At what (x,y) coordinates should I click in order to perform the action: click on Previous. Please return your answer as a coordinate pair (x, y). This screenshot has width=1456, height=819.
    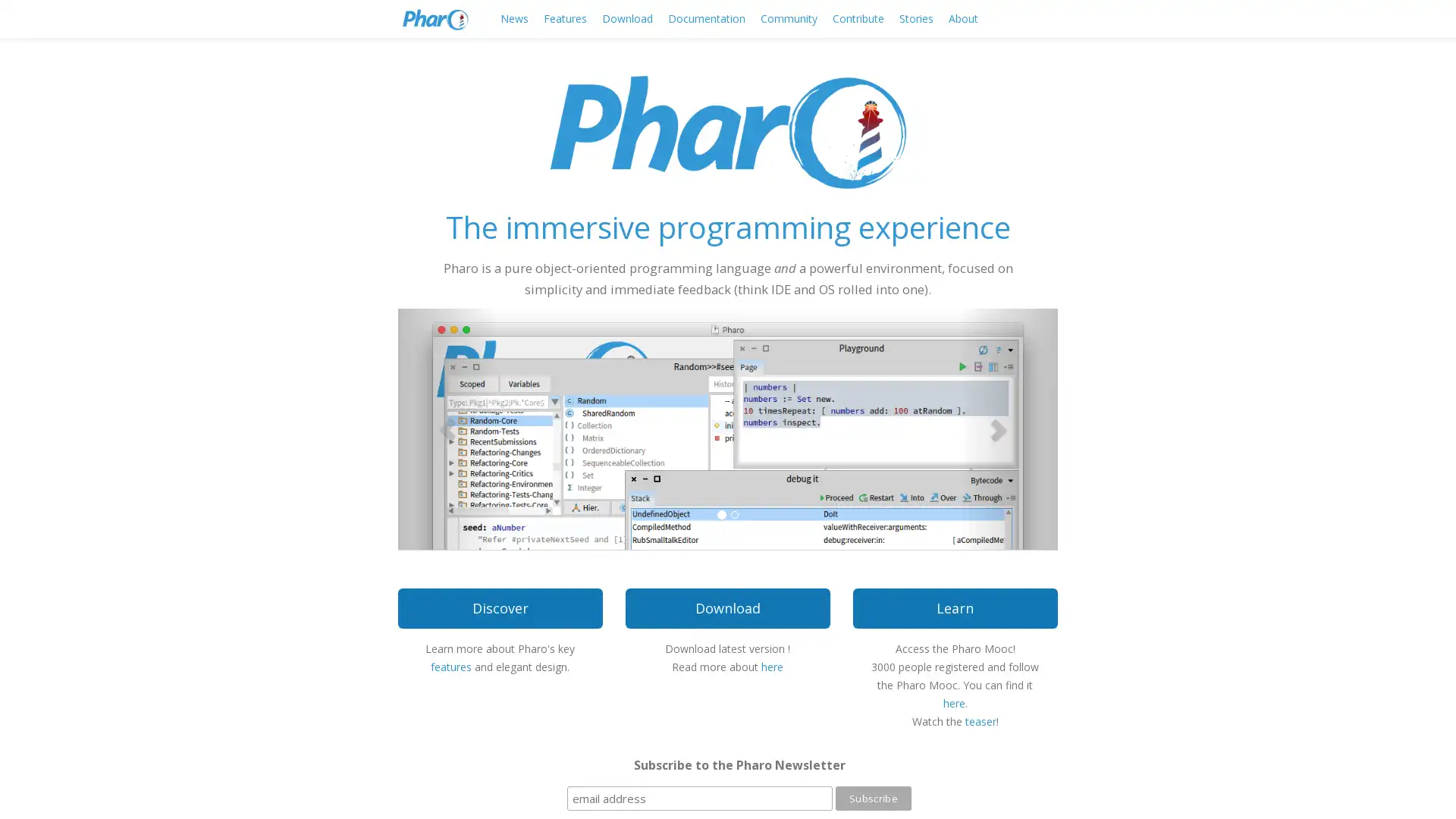
    Looking at the image, I should click on (447, 428).